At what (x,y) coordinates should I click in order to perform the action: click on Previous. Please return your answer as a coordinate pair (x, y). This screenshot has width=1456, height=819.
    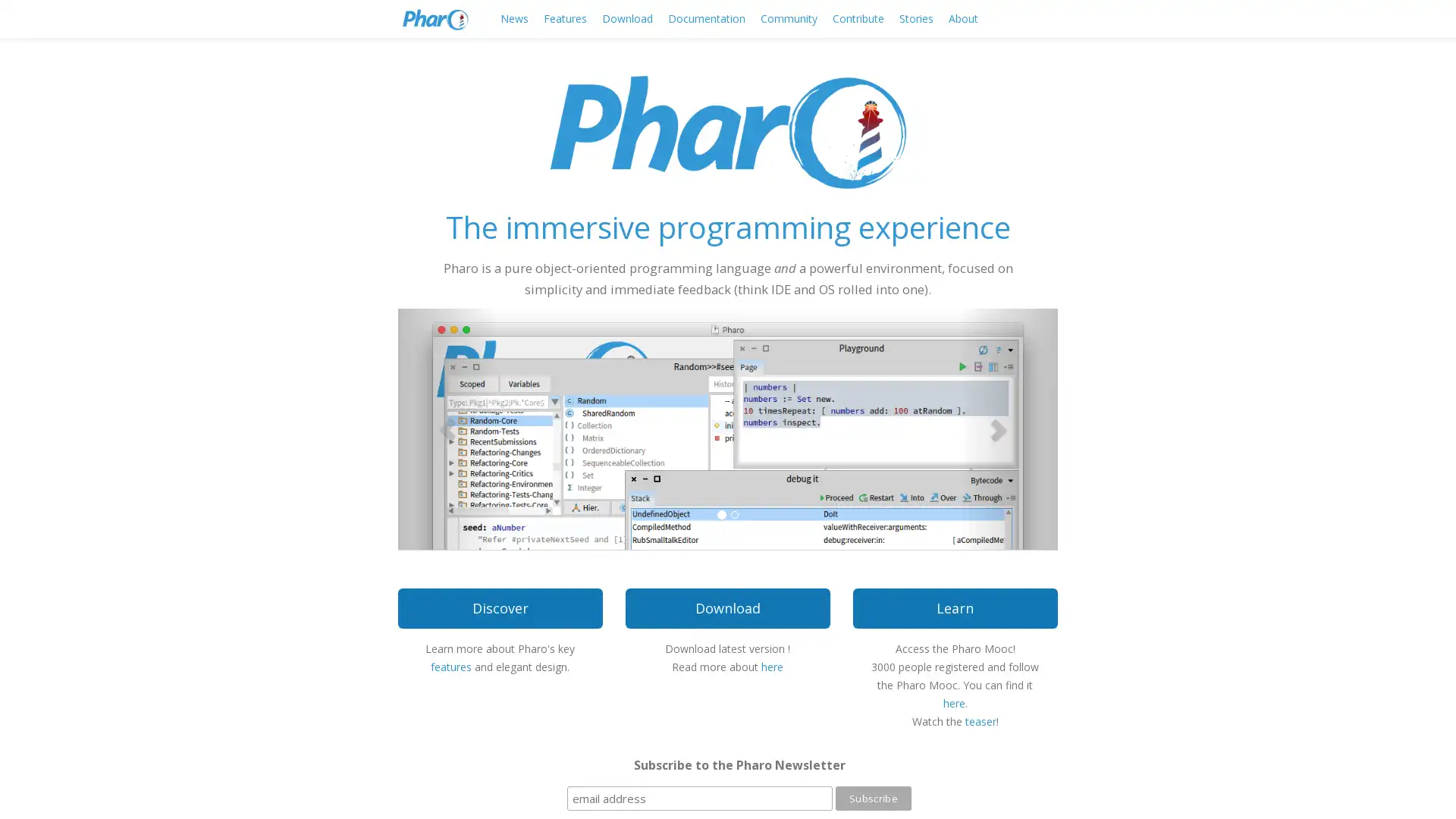
    Looking at the image, I should click on (447, 428).